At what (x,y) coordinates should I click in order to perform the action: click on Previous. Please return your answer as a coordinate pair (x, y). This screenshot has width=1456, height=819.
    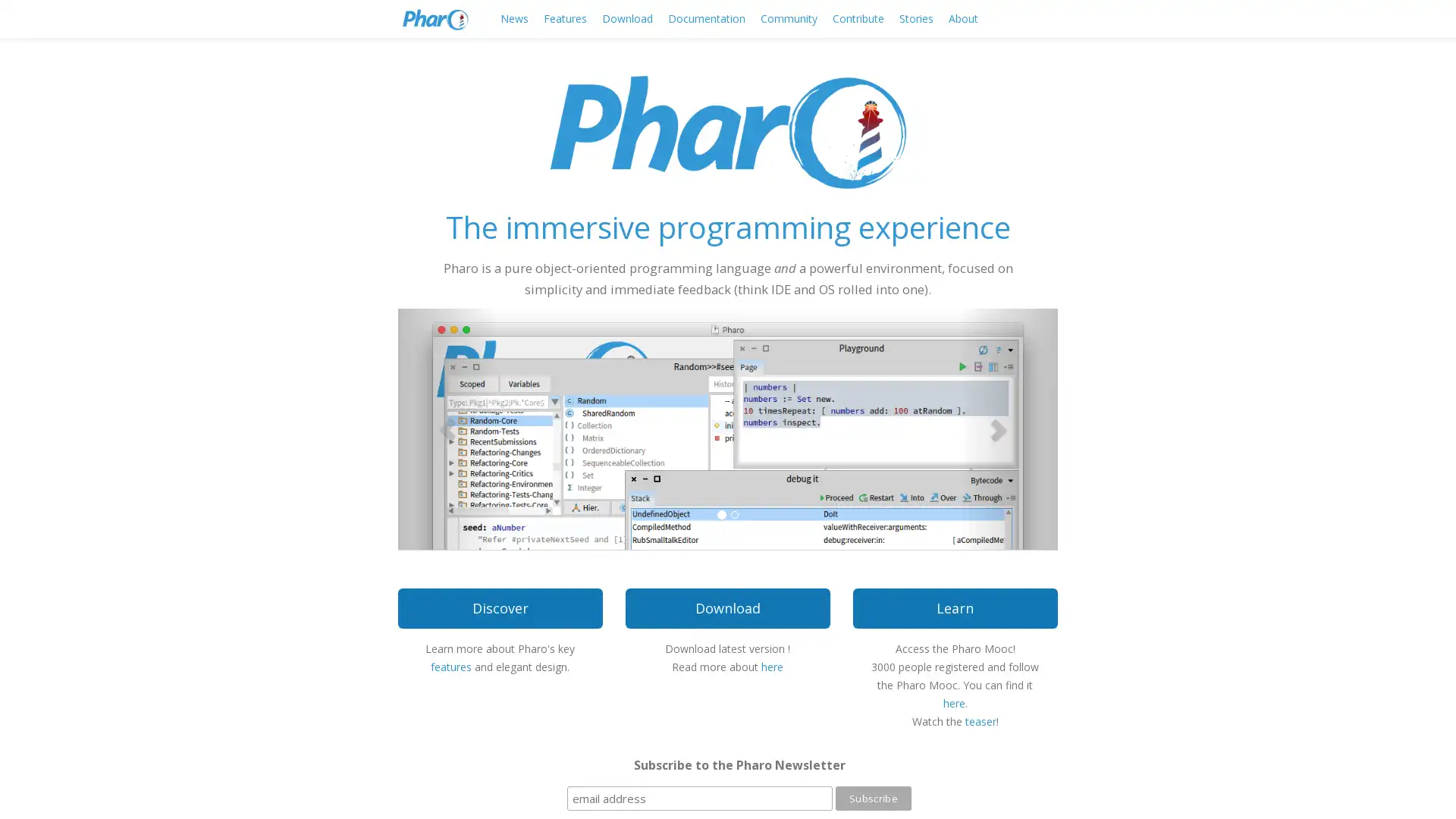
    Looking at the image, I should click on (447, 428).